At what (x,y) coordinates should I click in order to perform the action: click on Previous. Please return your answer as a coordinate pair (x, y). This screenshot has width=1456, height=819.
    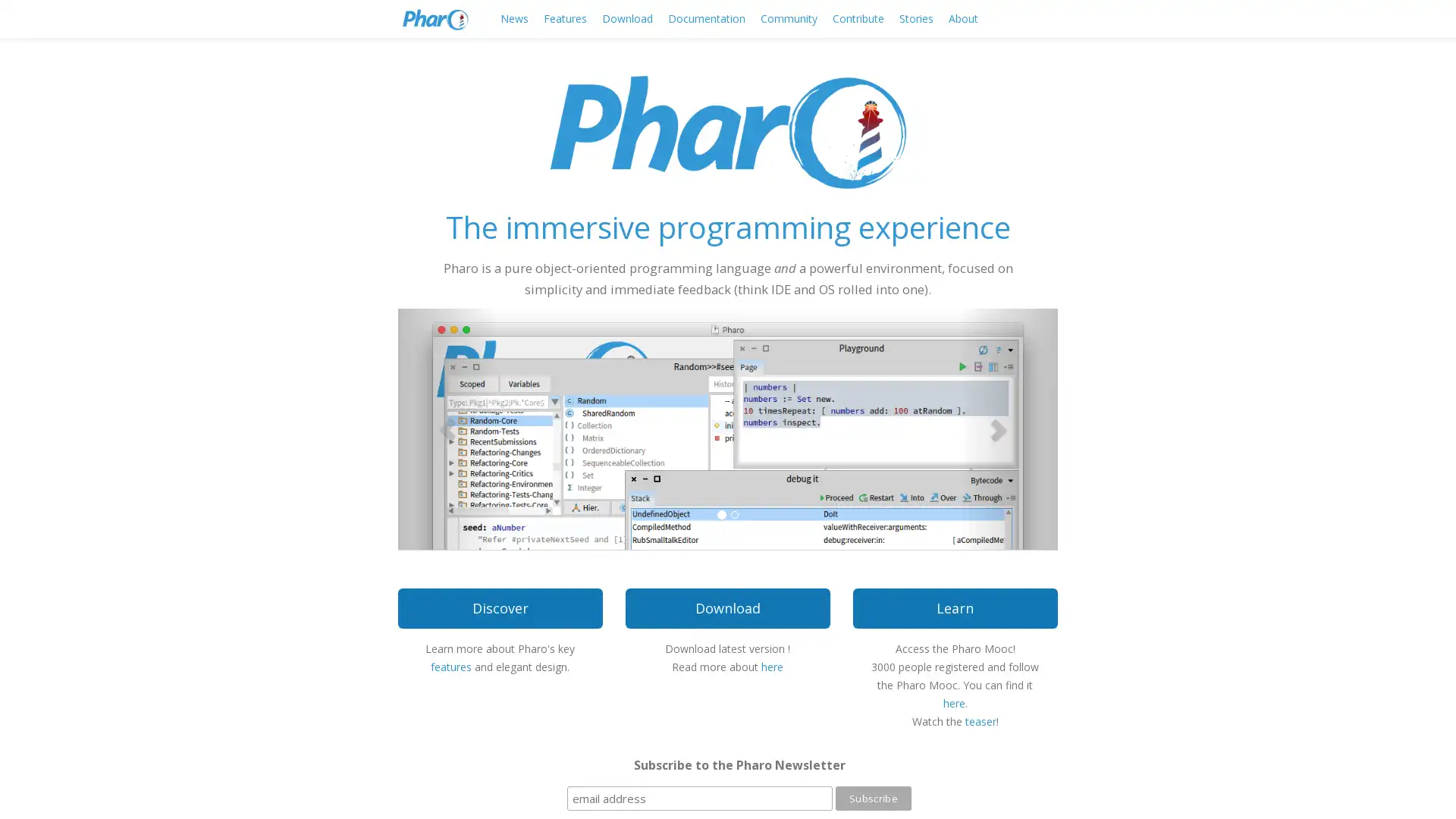
    Looking at the image, I should click on (447, 428).